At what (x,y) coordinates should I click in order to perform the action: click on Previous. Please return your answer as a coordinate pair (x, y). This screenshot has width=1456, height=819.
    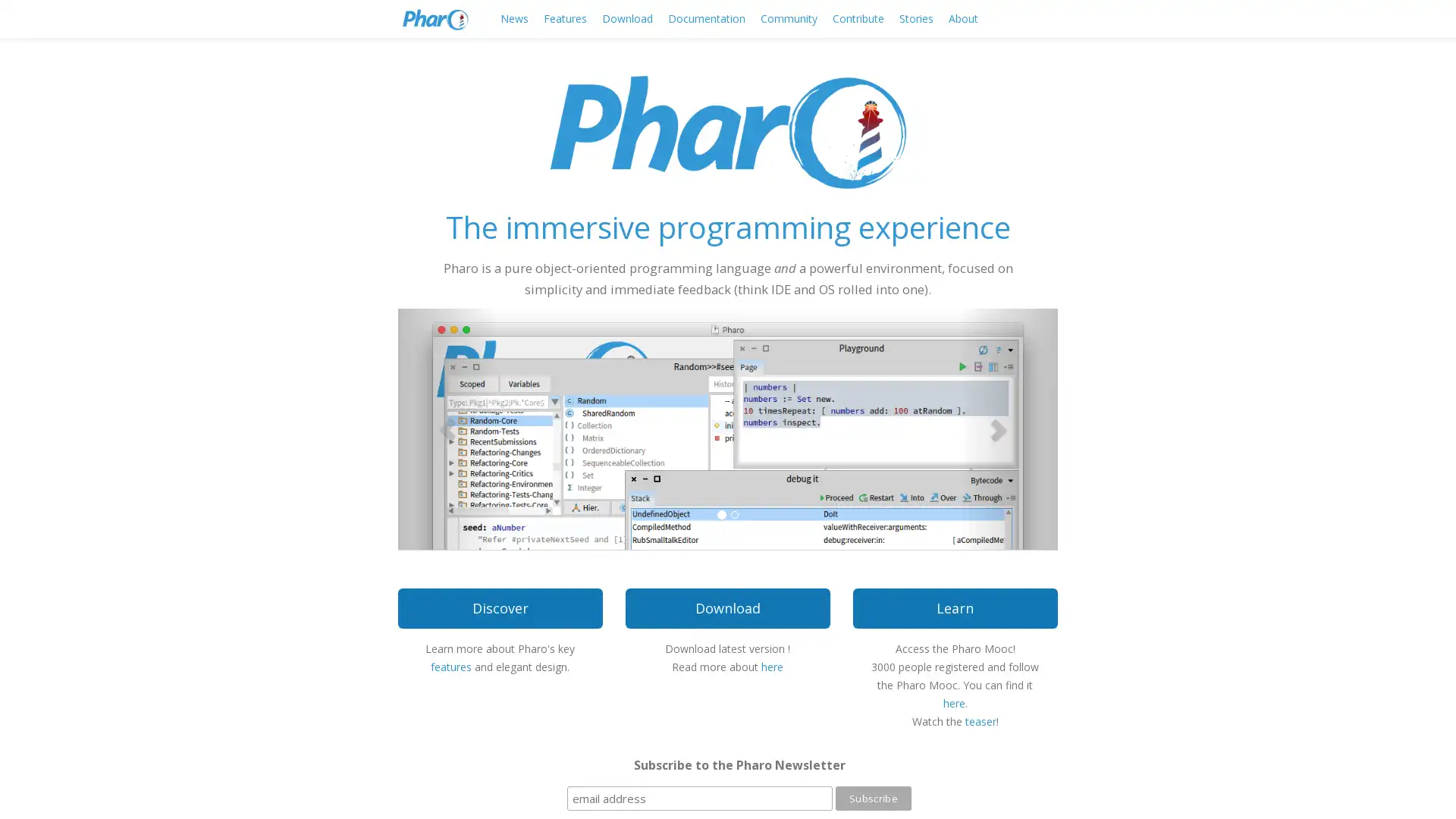
    Looking at the image, I should click on (447, 428).